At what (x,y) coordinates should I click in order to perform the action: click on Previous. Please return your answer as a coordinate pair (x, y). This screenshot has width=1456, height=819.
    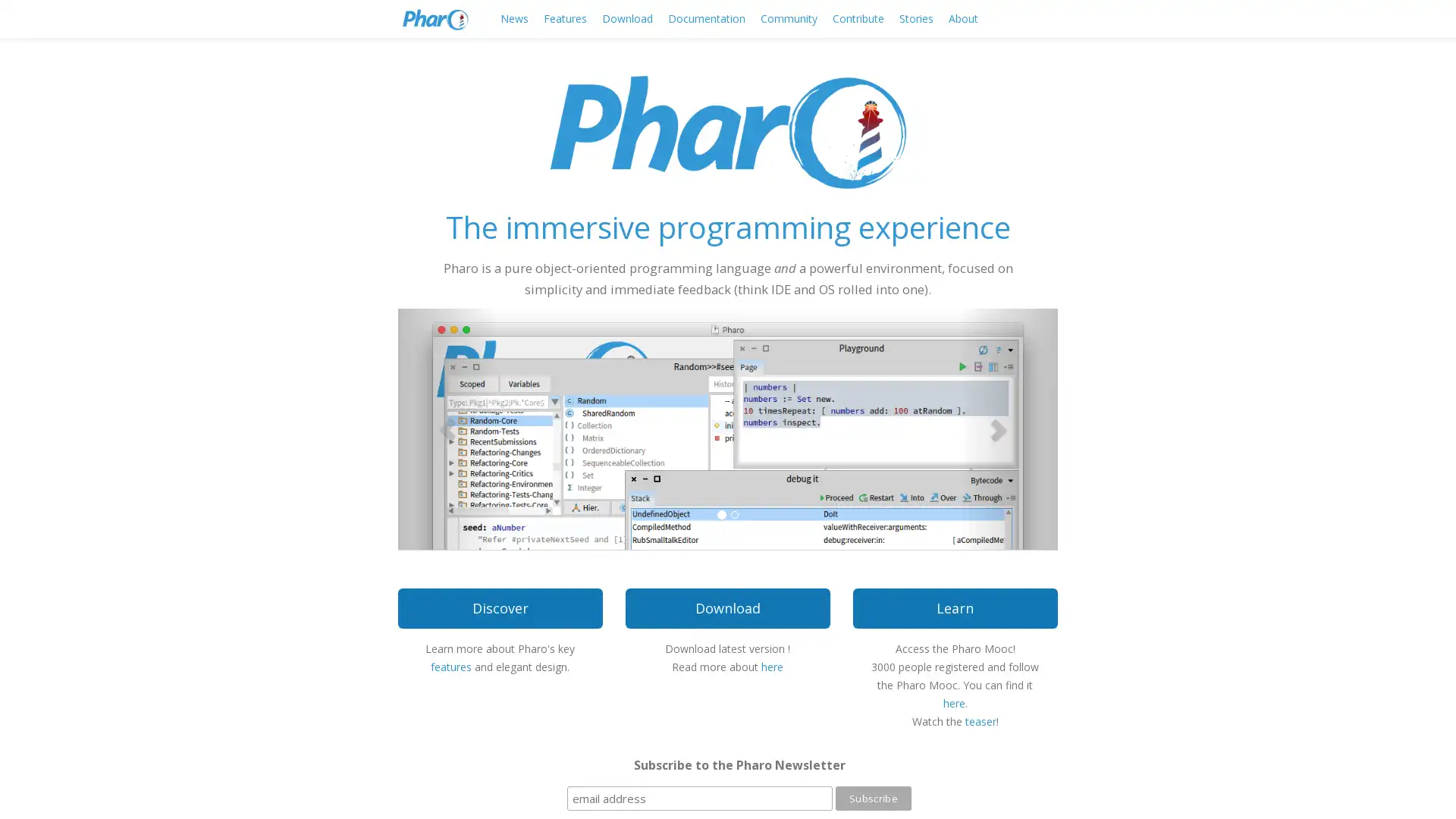
    Looking at the image, I should click on (447, 428).